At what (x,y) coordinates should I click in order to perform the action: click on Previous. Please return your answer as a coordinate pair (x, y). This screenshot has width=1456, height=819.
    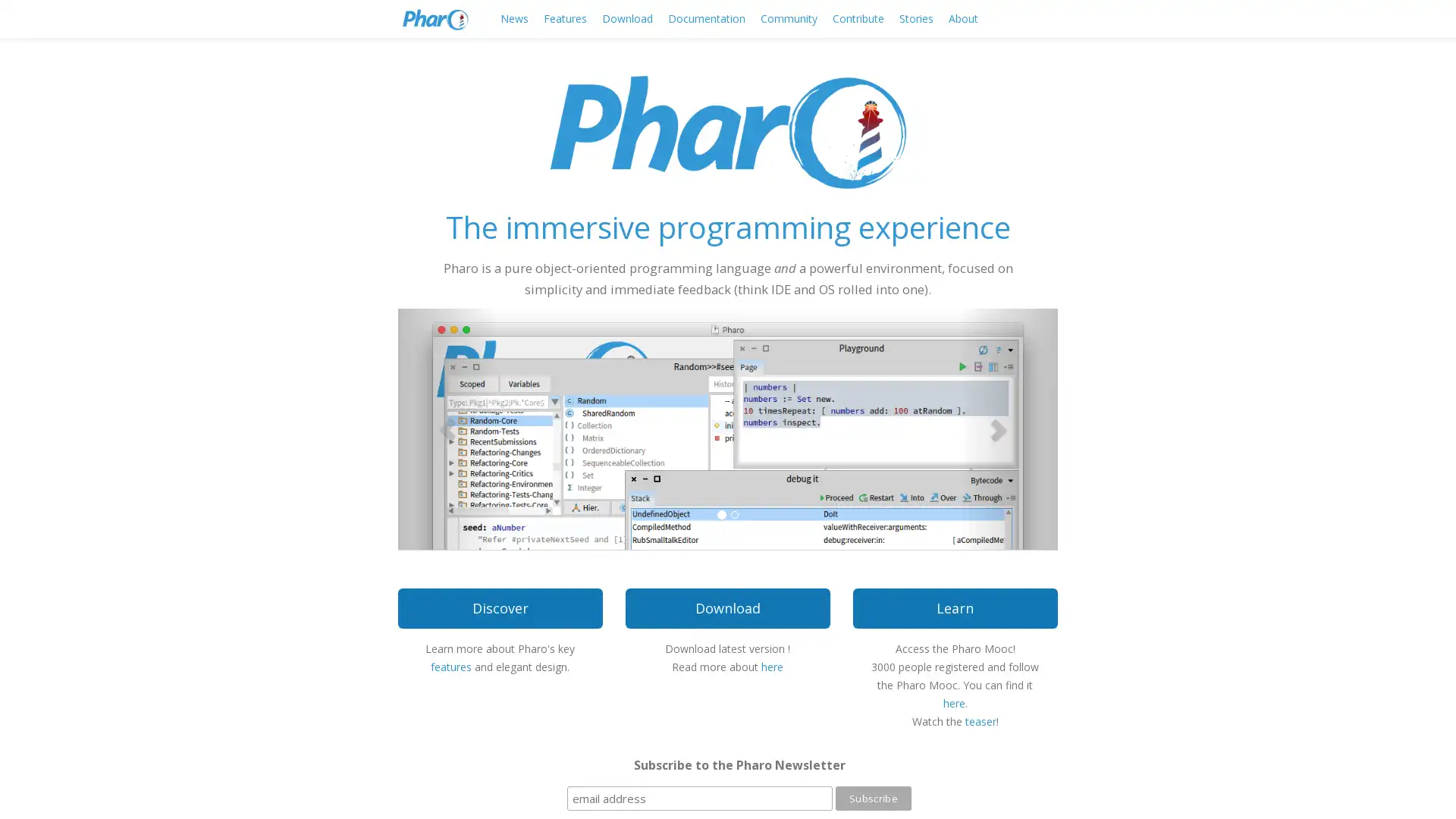
    Looking at the image, I should click on (447, 428).